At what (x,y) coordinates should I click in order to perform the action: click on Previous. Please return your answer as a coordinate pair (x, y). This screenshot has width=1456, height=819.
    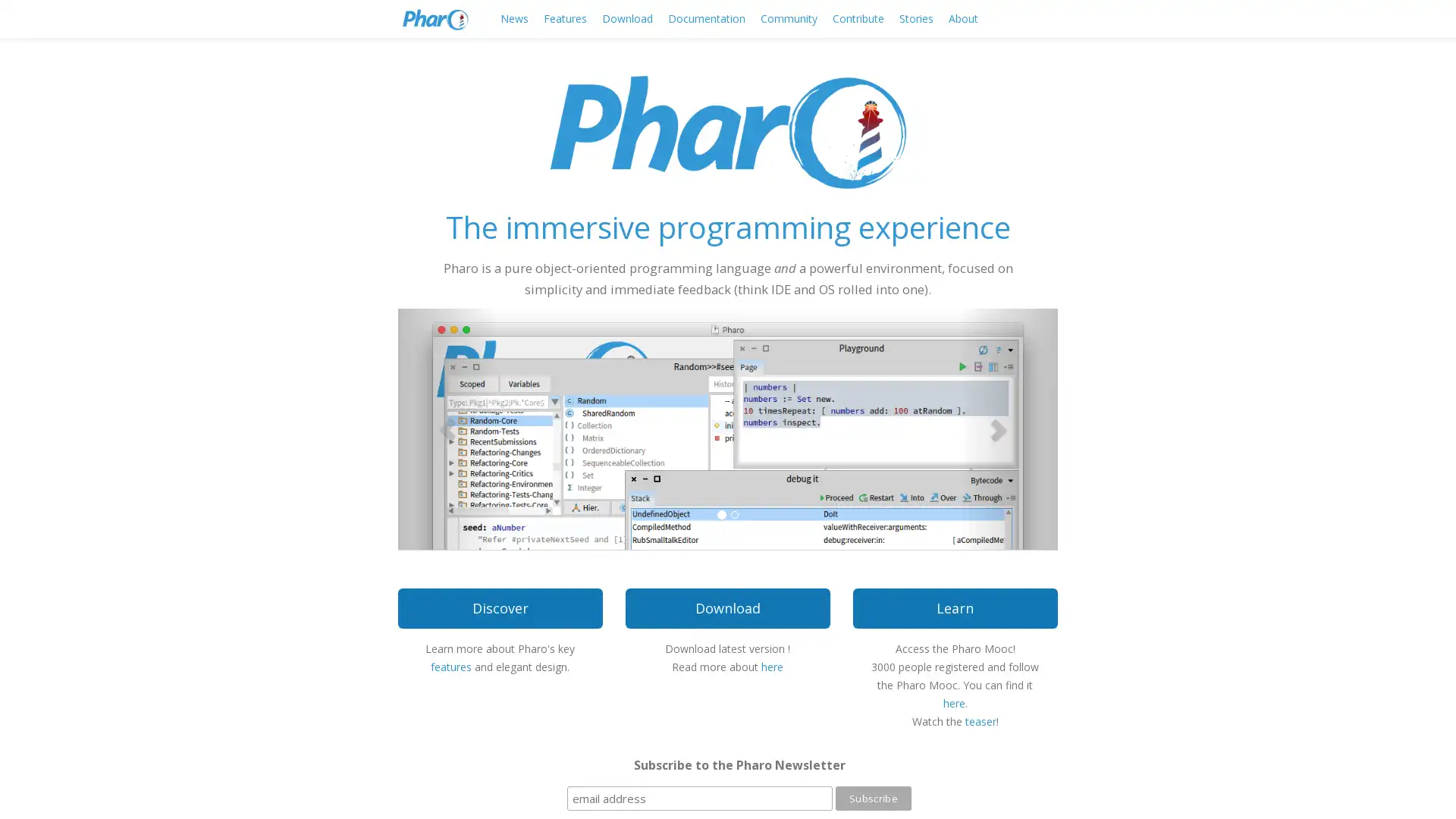
    Looking at the image, I should click on (447, 428).